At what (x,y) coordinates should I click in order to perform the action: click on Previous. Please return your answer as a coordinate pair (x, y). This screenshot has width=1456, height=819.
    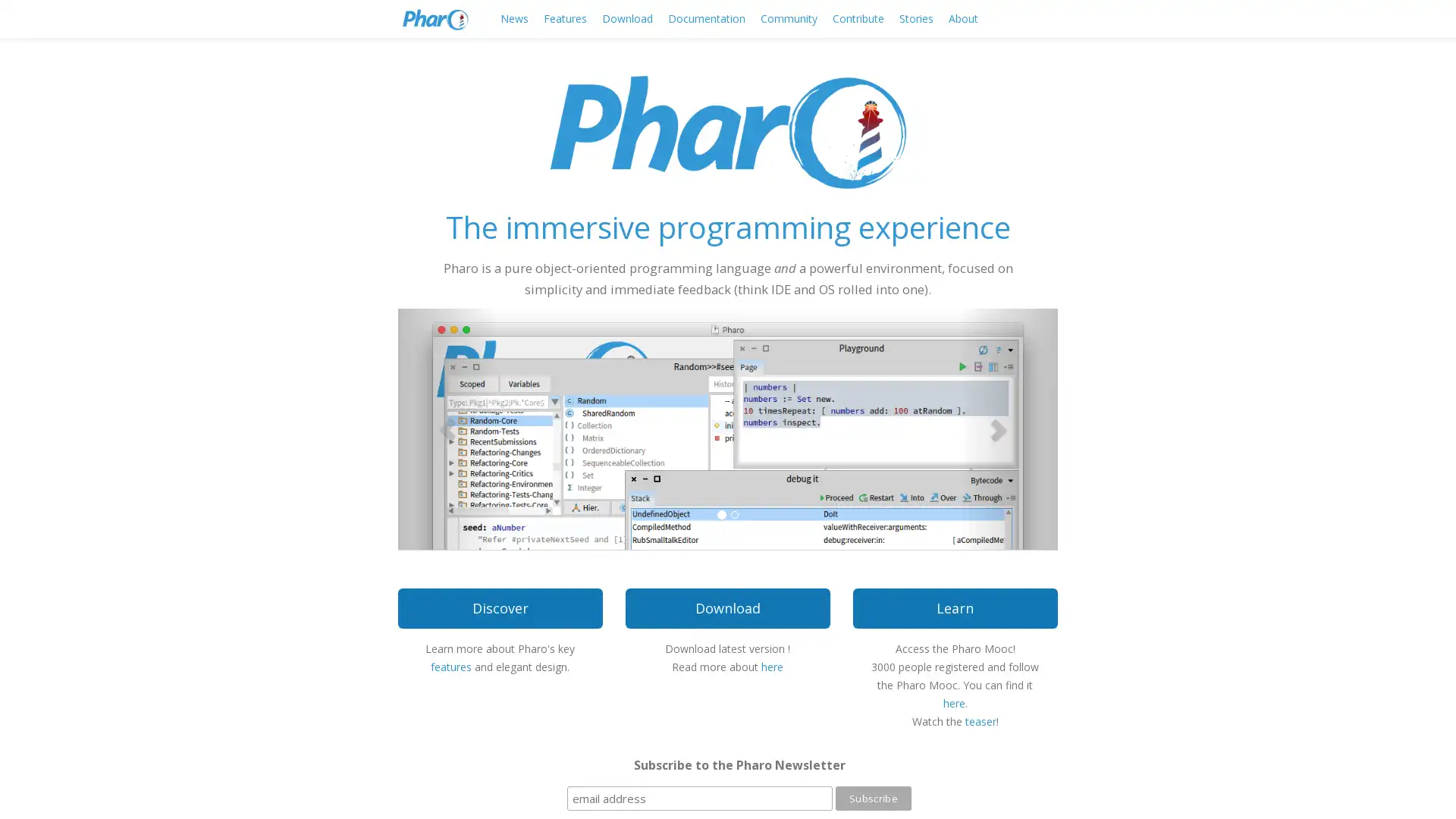
    Looking at the image, I should click on (447, 428).